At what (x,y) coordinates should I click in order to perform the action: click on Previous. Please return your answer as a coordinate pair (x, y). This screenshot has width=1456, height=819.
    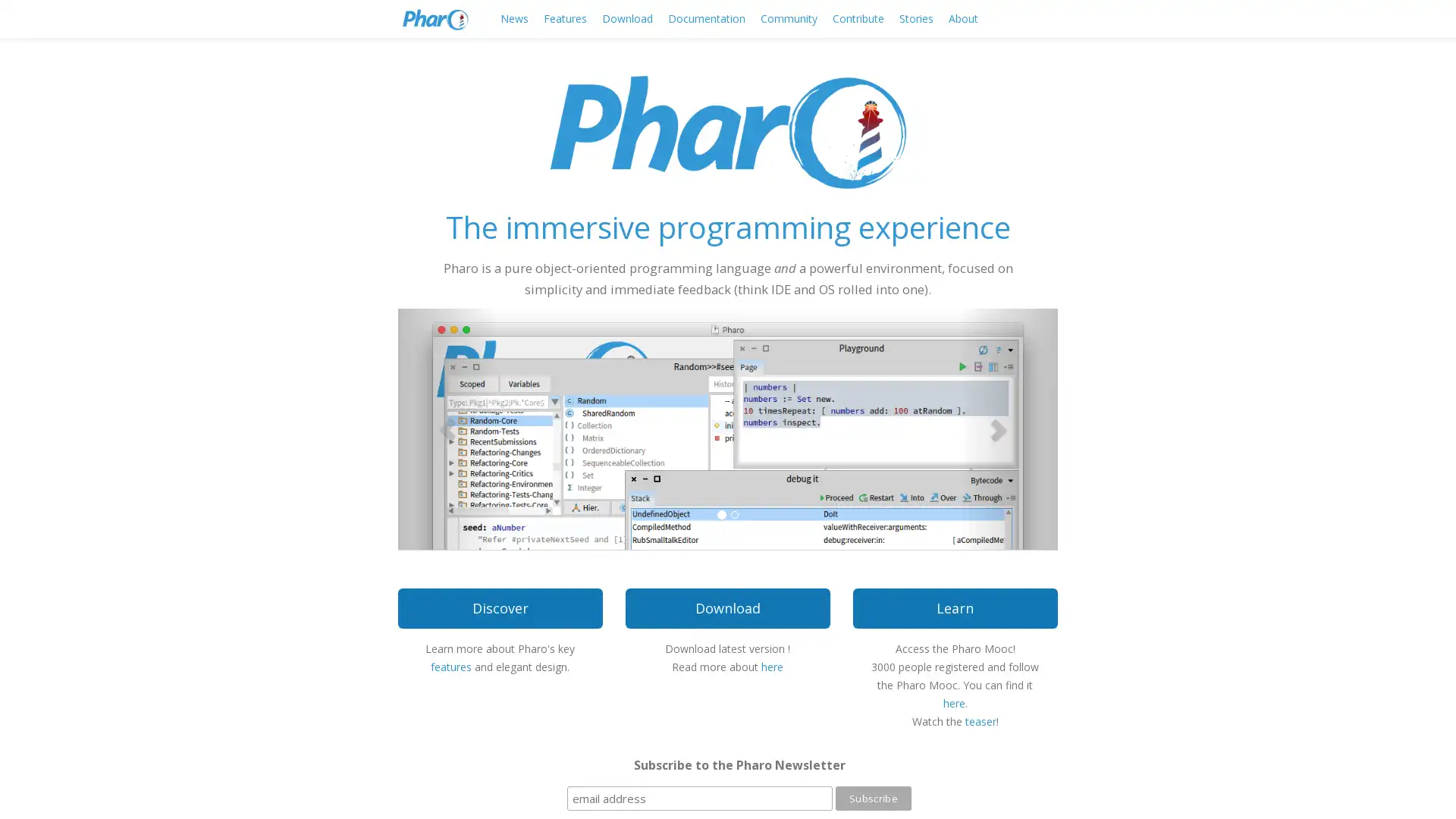
    Looking at the image, I should click on (447, 428).